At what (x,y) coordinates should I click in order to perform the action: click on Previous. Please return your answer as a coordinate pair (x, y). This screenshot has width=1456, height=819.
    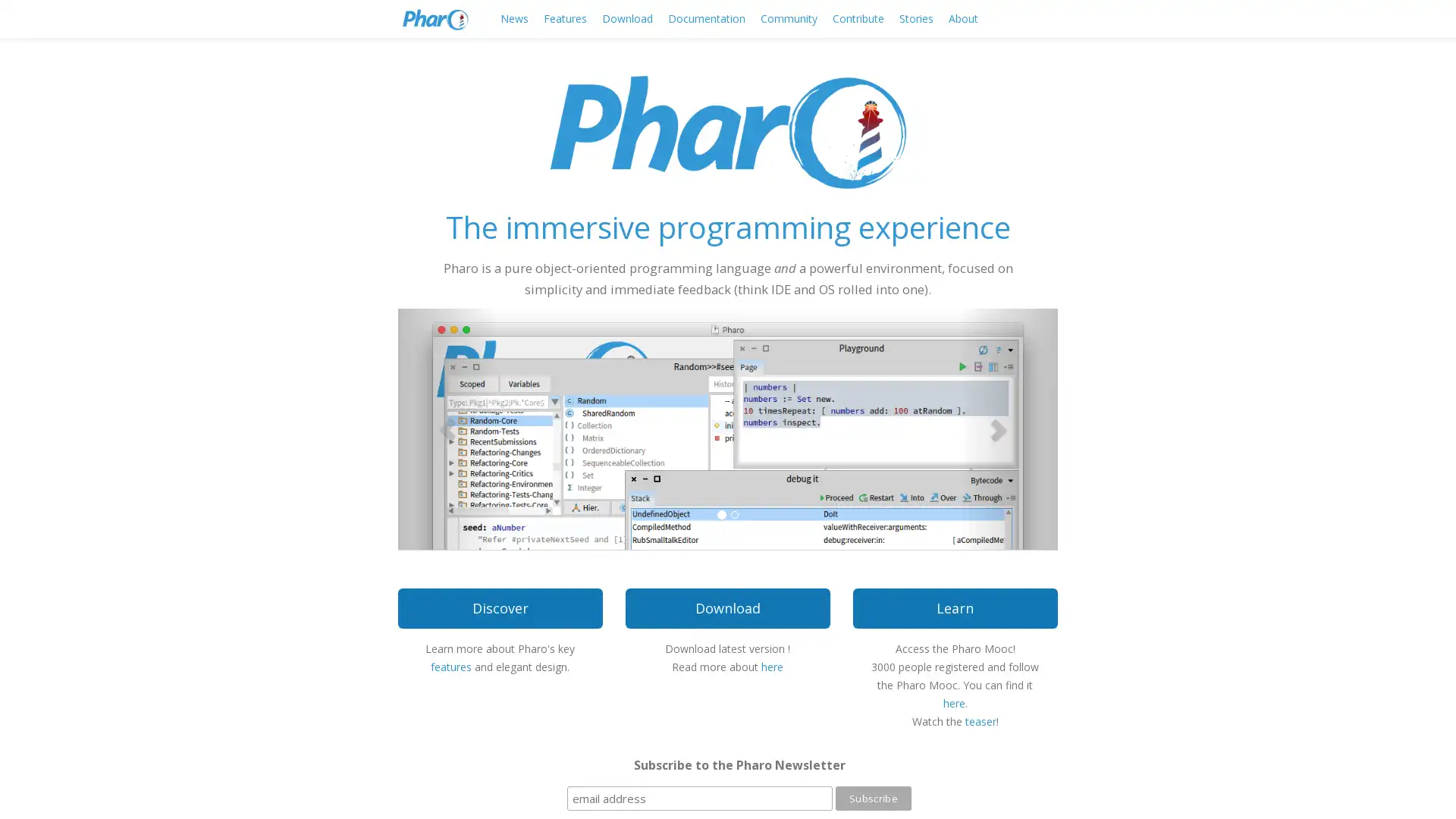
    Looking at the image, I should click on (447, 428).